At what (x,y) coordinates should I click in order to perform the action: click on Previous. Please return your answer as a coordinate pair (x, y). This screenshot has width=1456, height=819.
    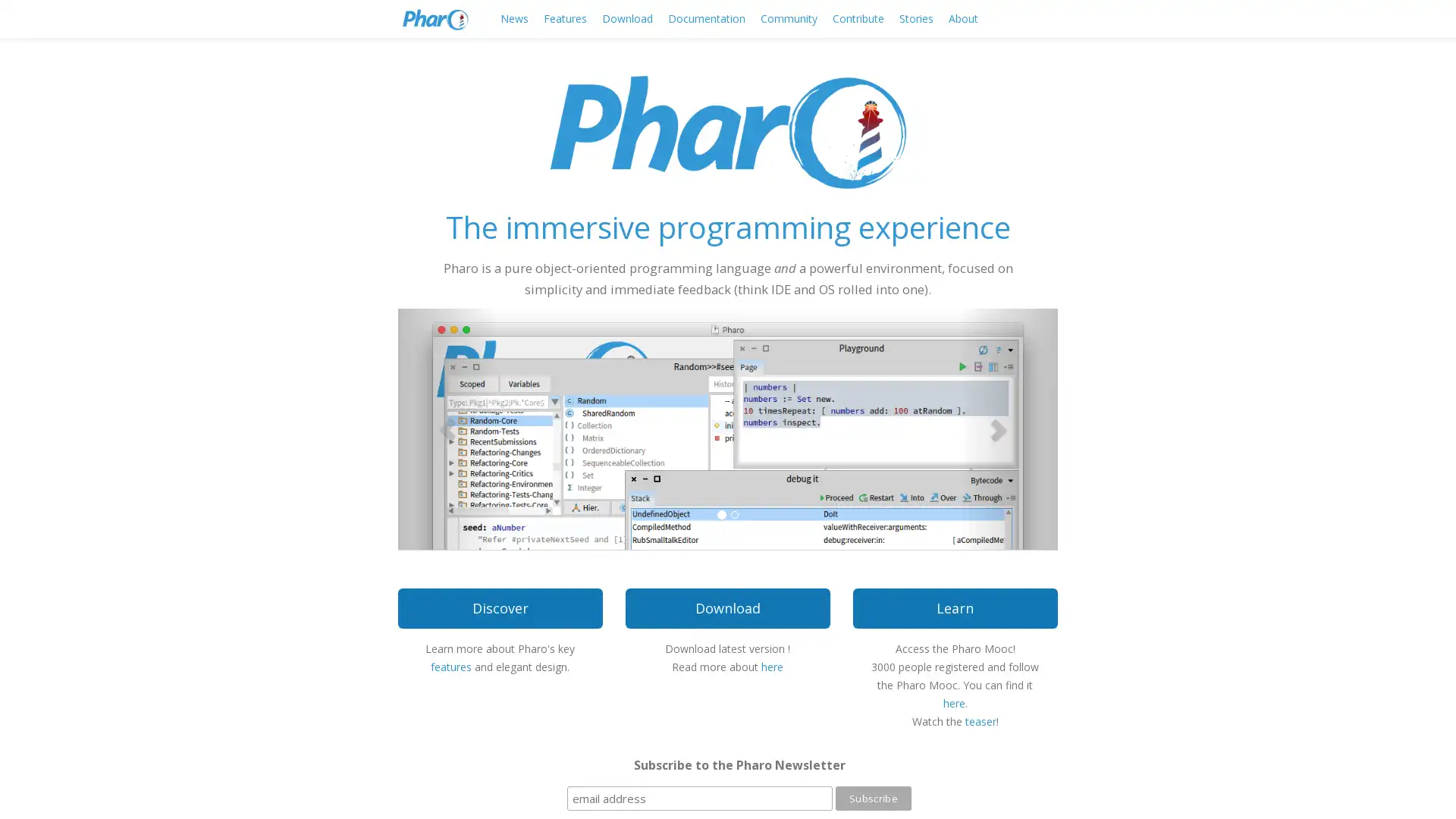
    Looking at the image, I should click on (447, 428).